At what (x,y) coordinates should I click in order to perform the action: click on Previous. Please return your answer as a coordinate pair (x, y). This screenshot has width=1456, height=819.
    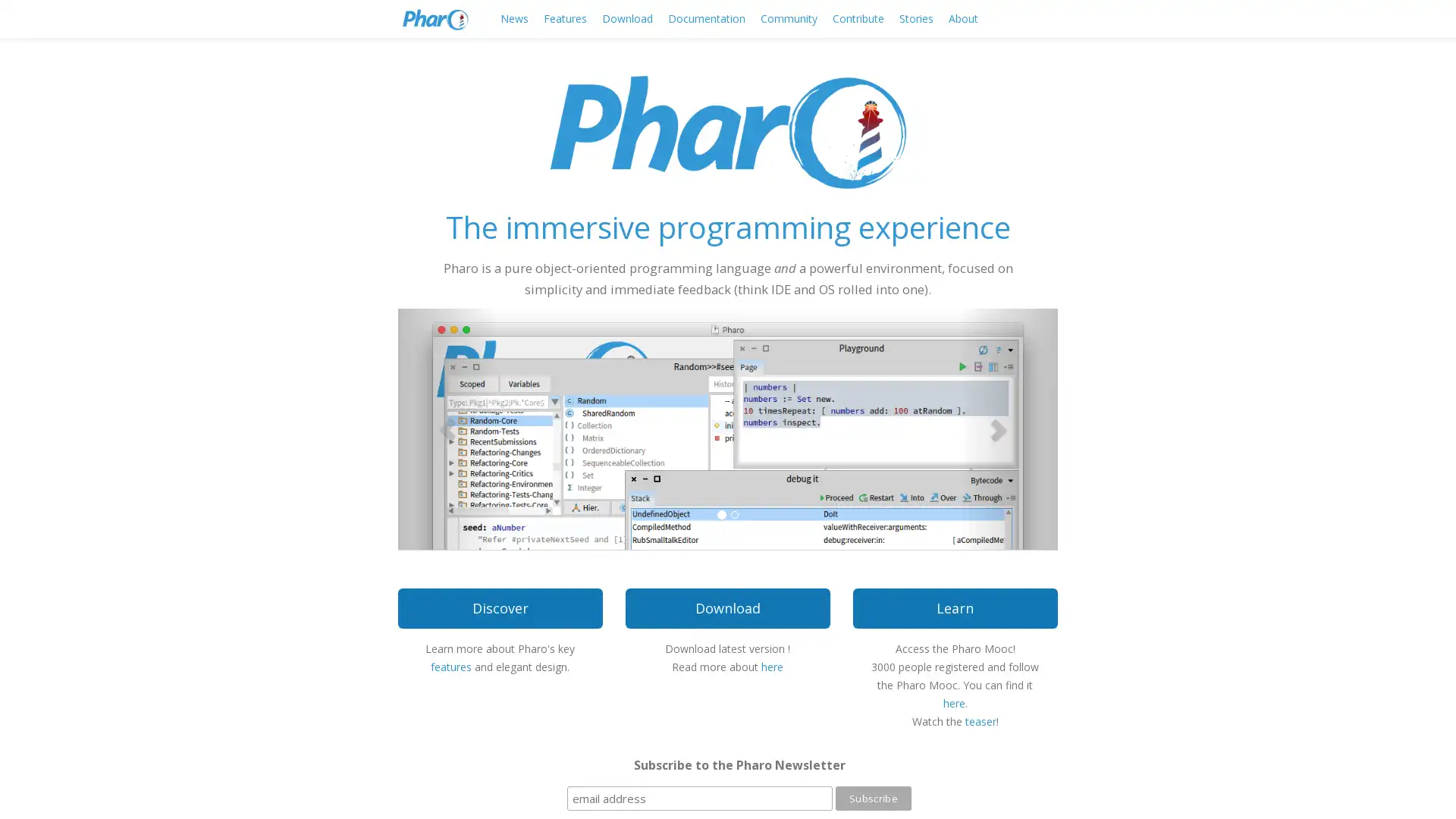
    Looking at the image, I should click on (447, 428).